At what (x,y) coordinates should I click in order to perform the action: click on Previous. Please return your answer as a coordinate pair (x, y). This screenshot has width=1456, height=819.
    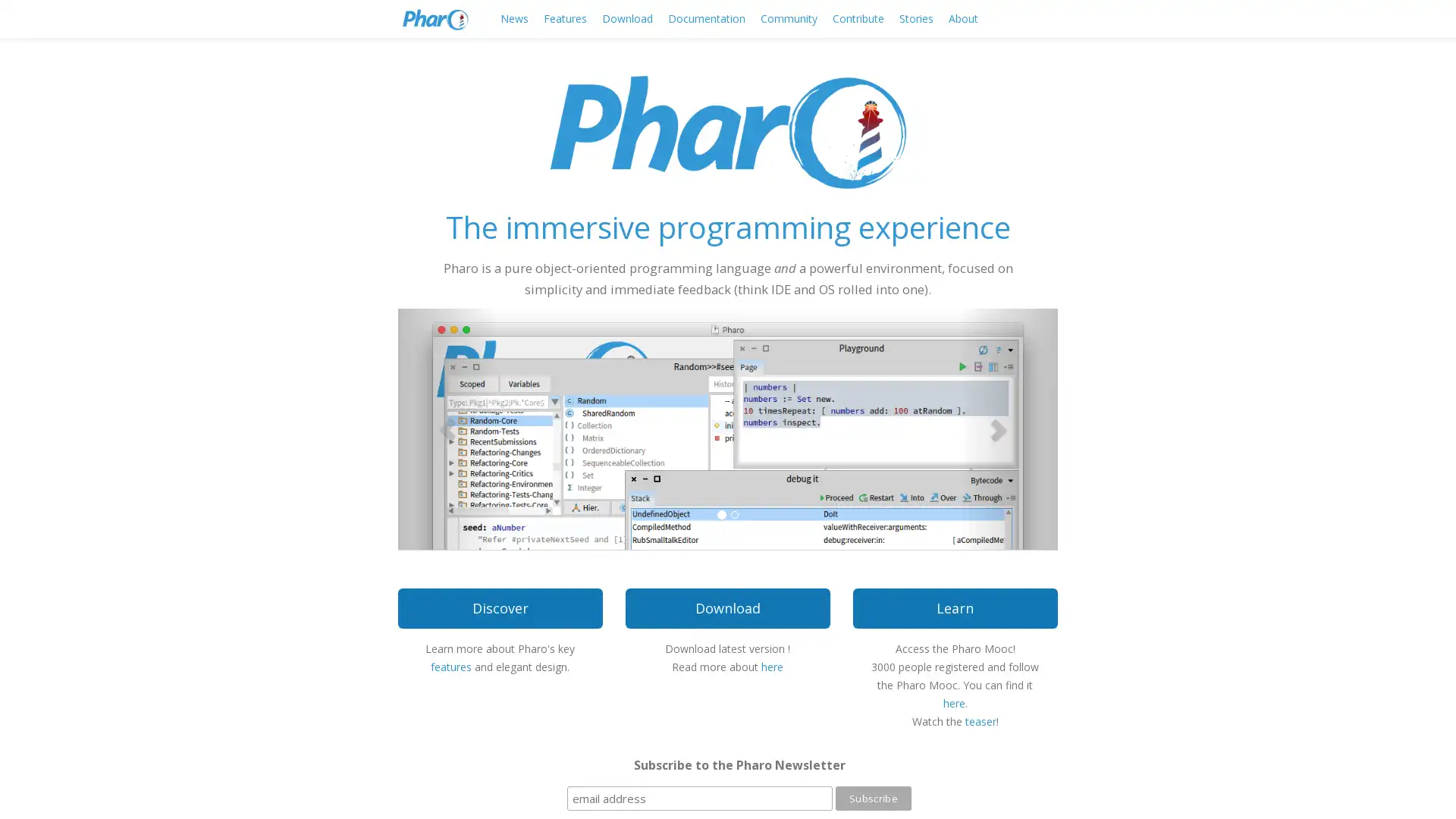
    Looking at the image, I should click on (447, 428).